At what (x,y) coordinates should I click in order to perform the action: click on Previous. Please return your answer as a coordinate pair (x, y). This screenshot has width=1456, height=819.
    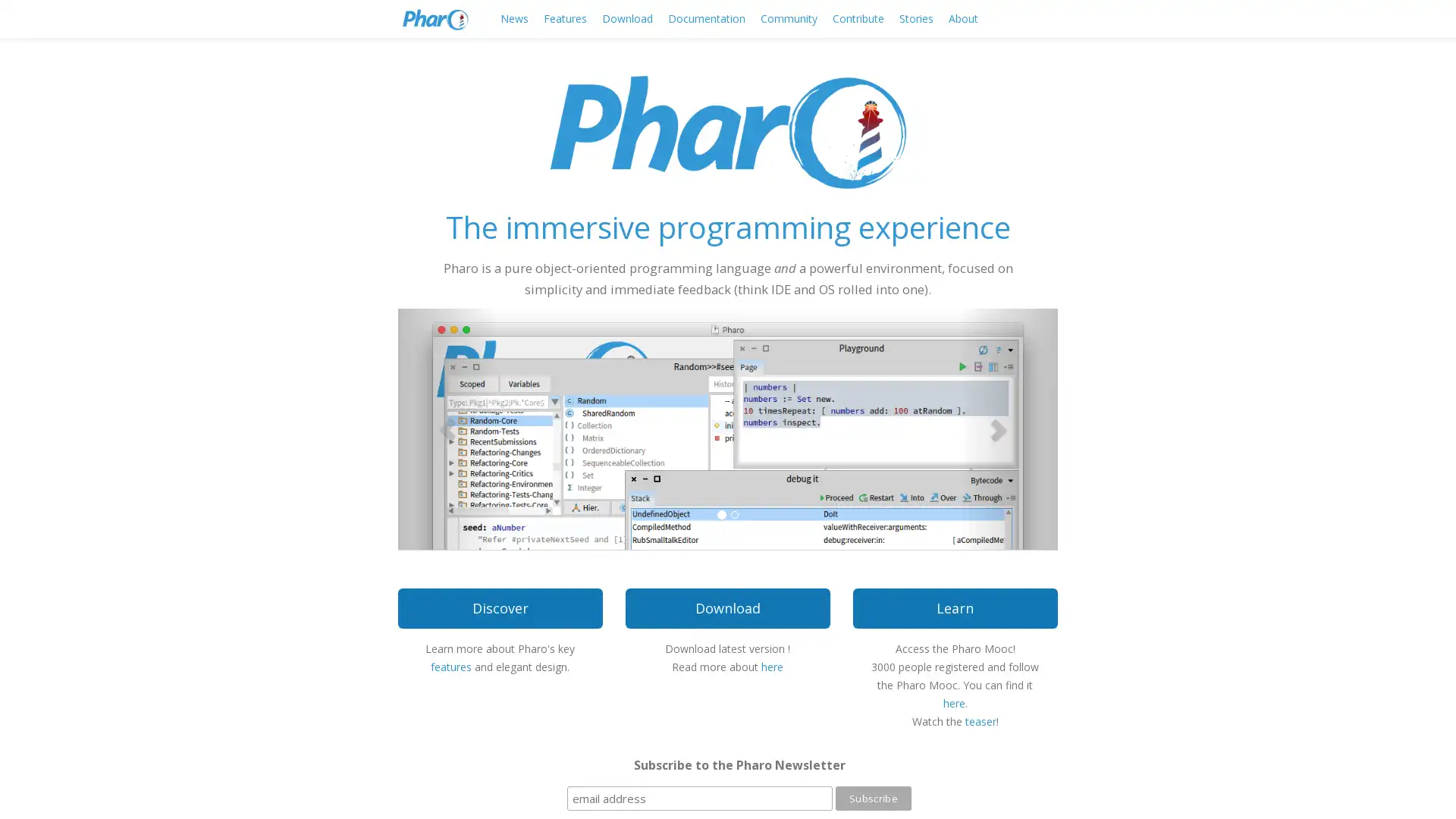
    Looking at the image, I should click on (447, 428).